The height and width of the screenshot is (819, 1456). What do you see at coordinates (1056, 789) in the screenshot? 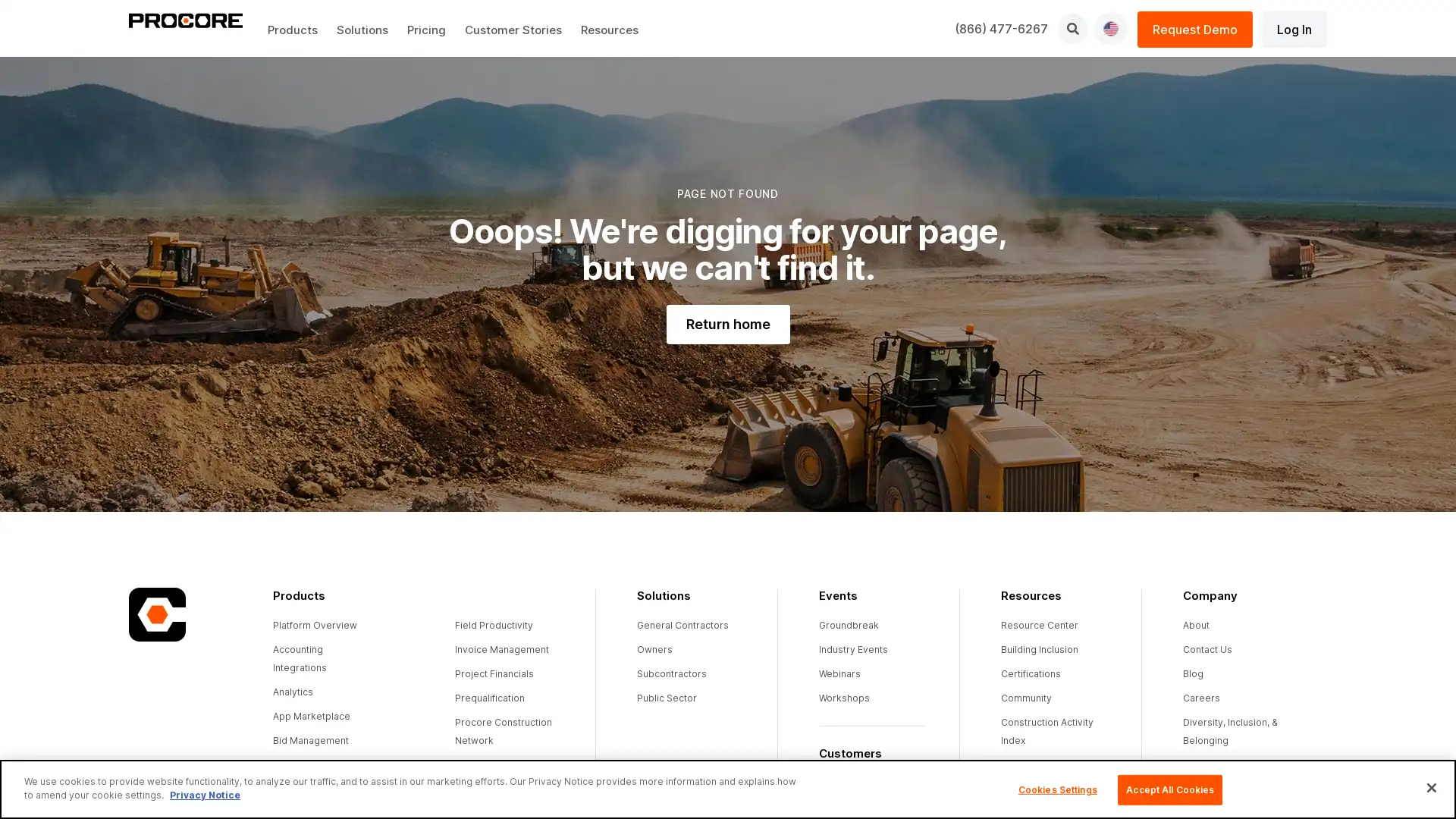
I see `Cookies Settings` at bounding box center [1056, 789].